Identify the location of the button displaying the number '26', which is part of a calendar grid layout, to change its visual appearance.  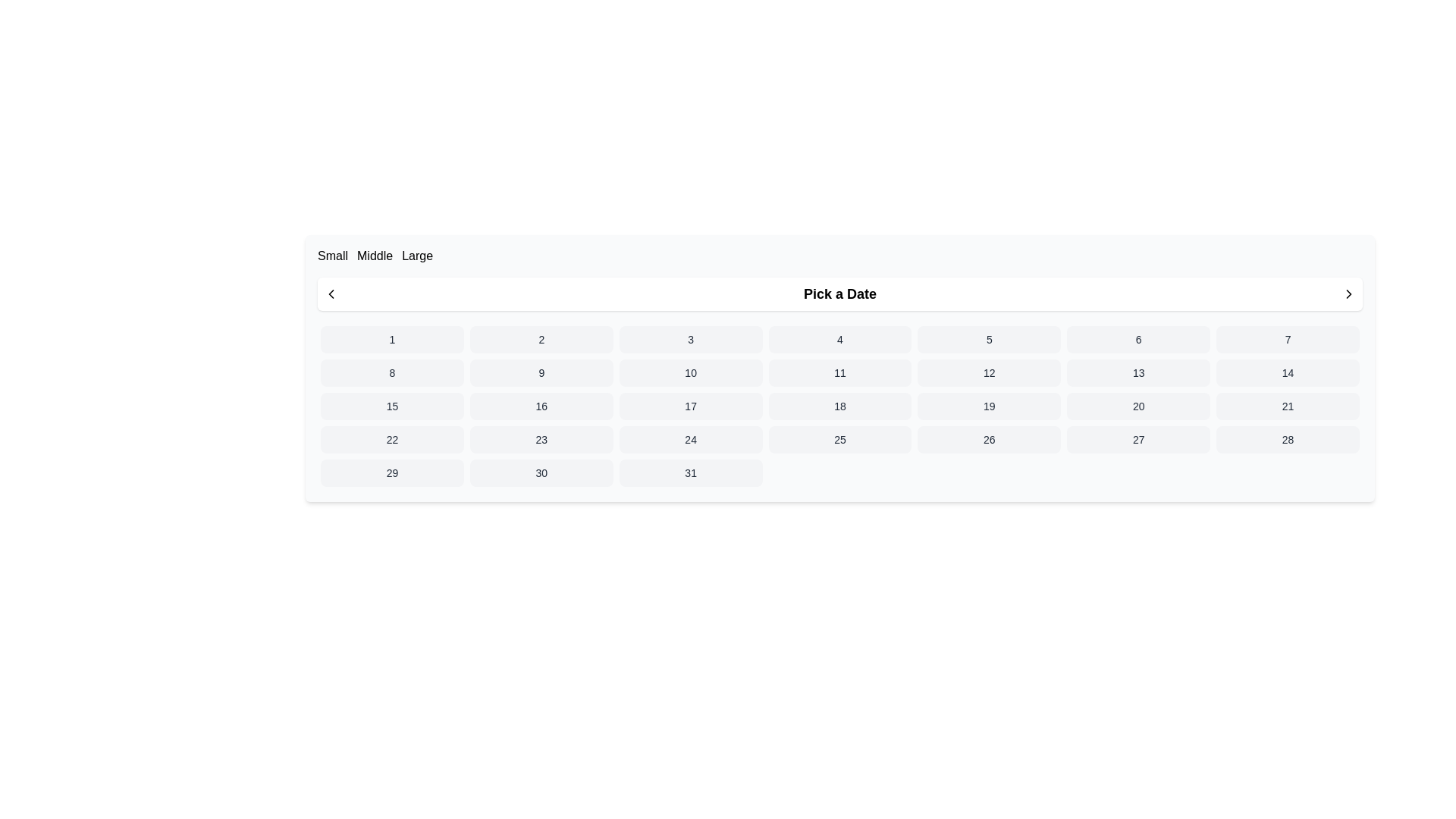
(989, 439).